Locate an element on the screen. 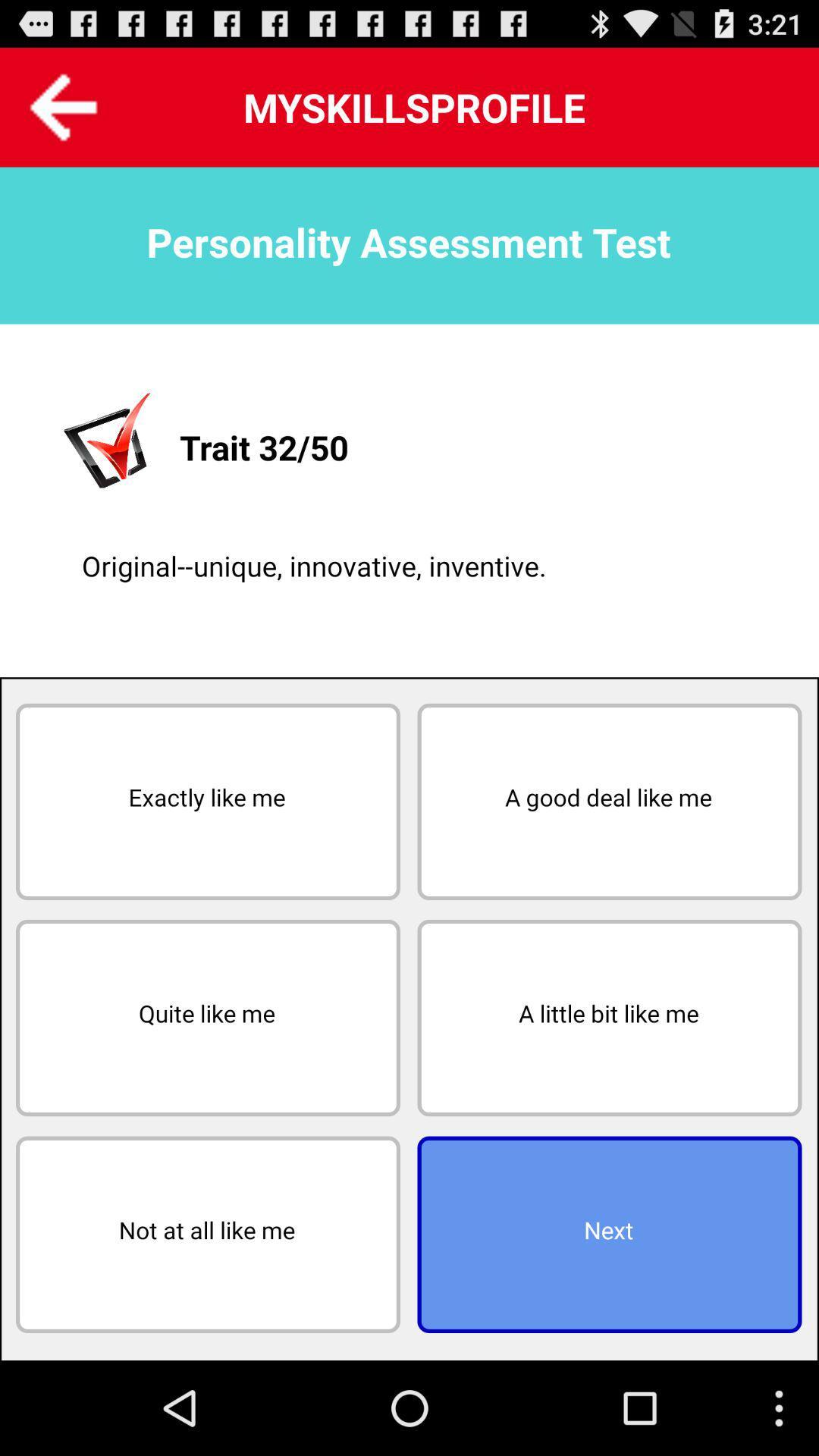 This screenshot has width=819, height=1456. the button above the a little bit button is located at coordinates (608, 801).